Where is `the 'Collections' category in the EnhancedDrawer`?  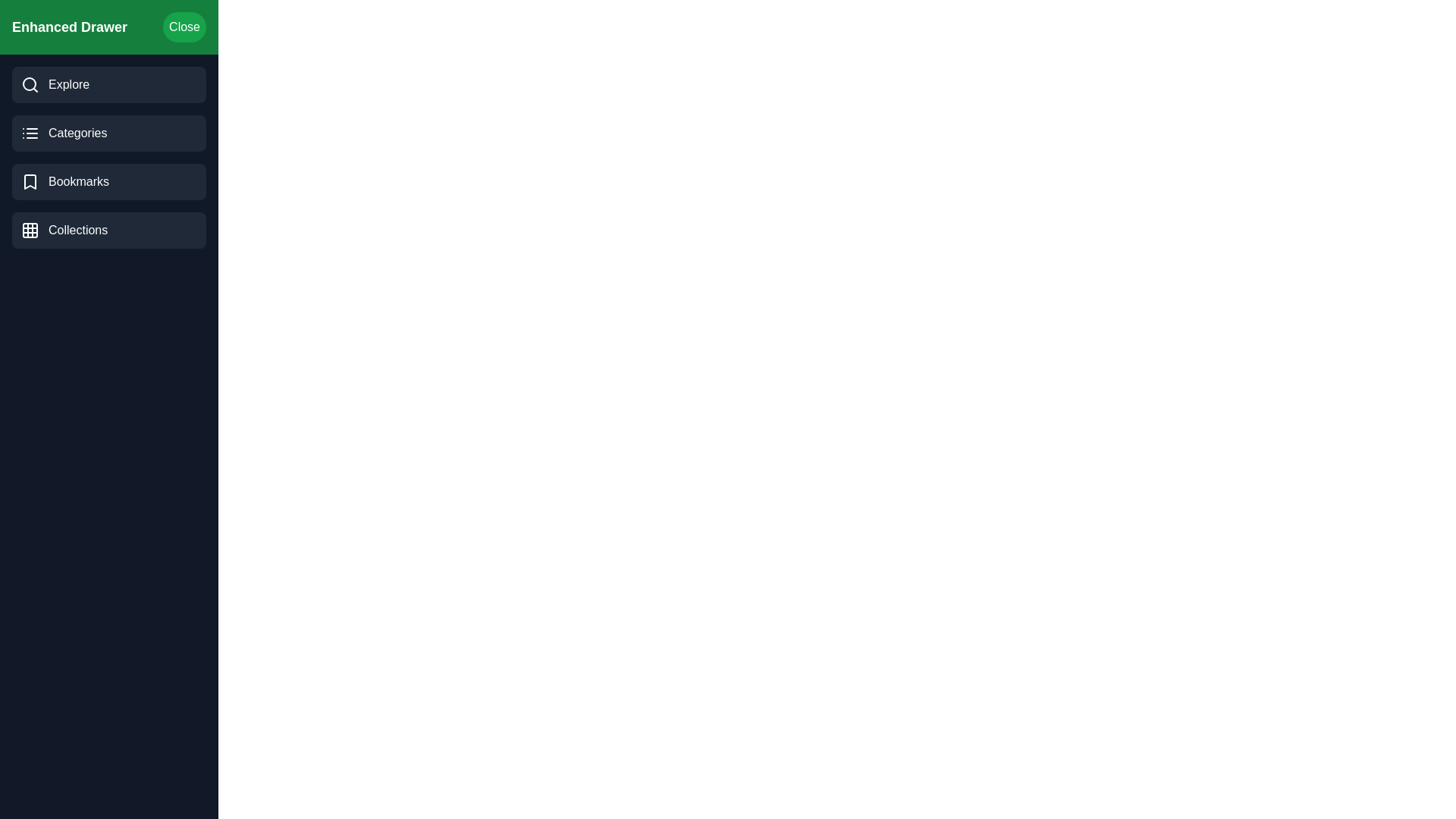
the 'Collections' category in the EnhancedDrawer is located at coordinates (108, 231).